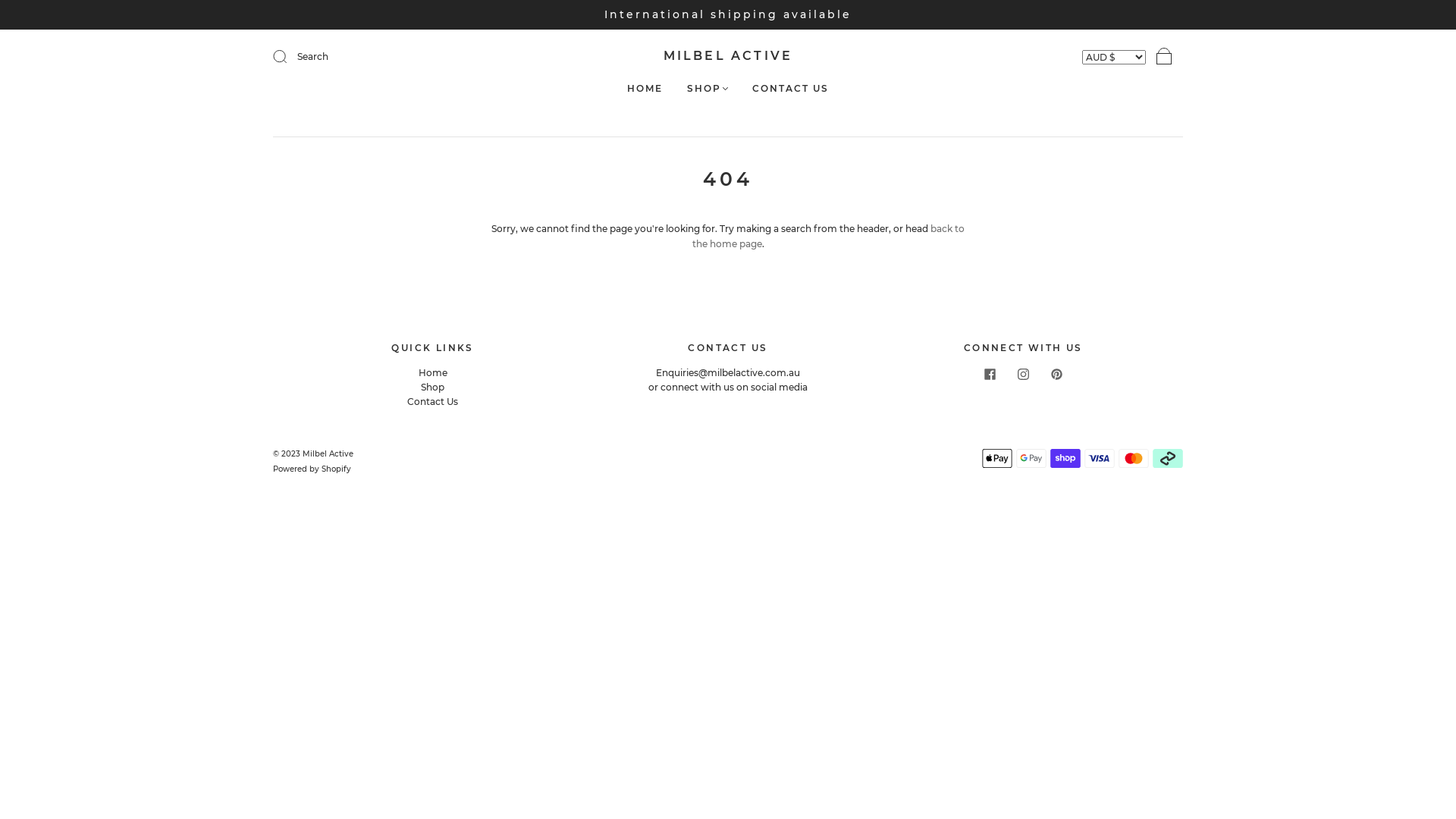  What do you see at coordinates (827, 236) in the screenshot?
I see `'back to the home page'` at bounding box center [827, 236].